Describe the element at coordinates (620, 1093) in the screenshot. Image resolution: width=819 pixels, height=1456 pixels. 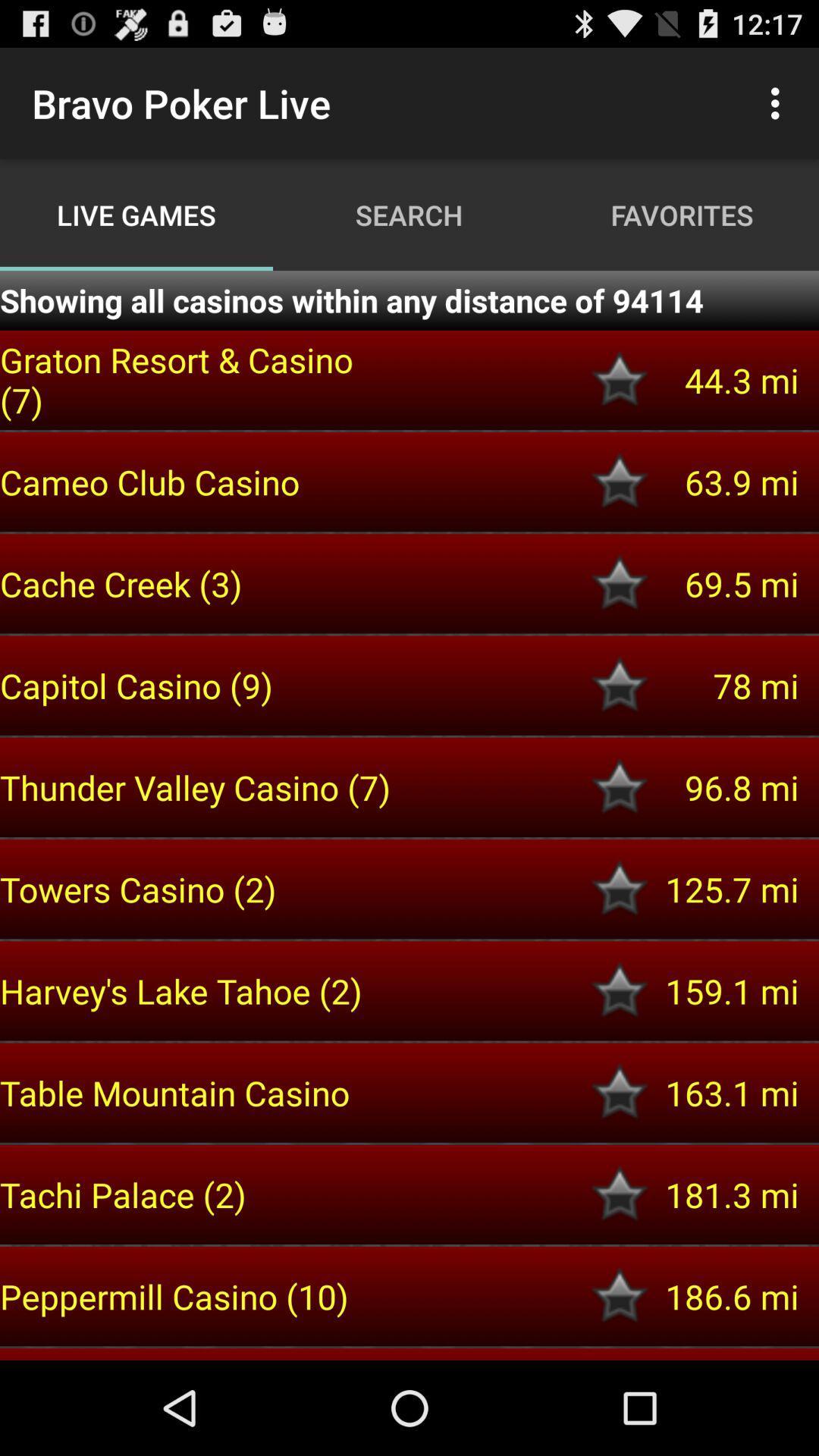
I see `room to favorites` at that location.